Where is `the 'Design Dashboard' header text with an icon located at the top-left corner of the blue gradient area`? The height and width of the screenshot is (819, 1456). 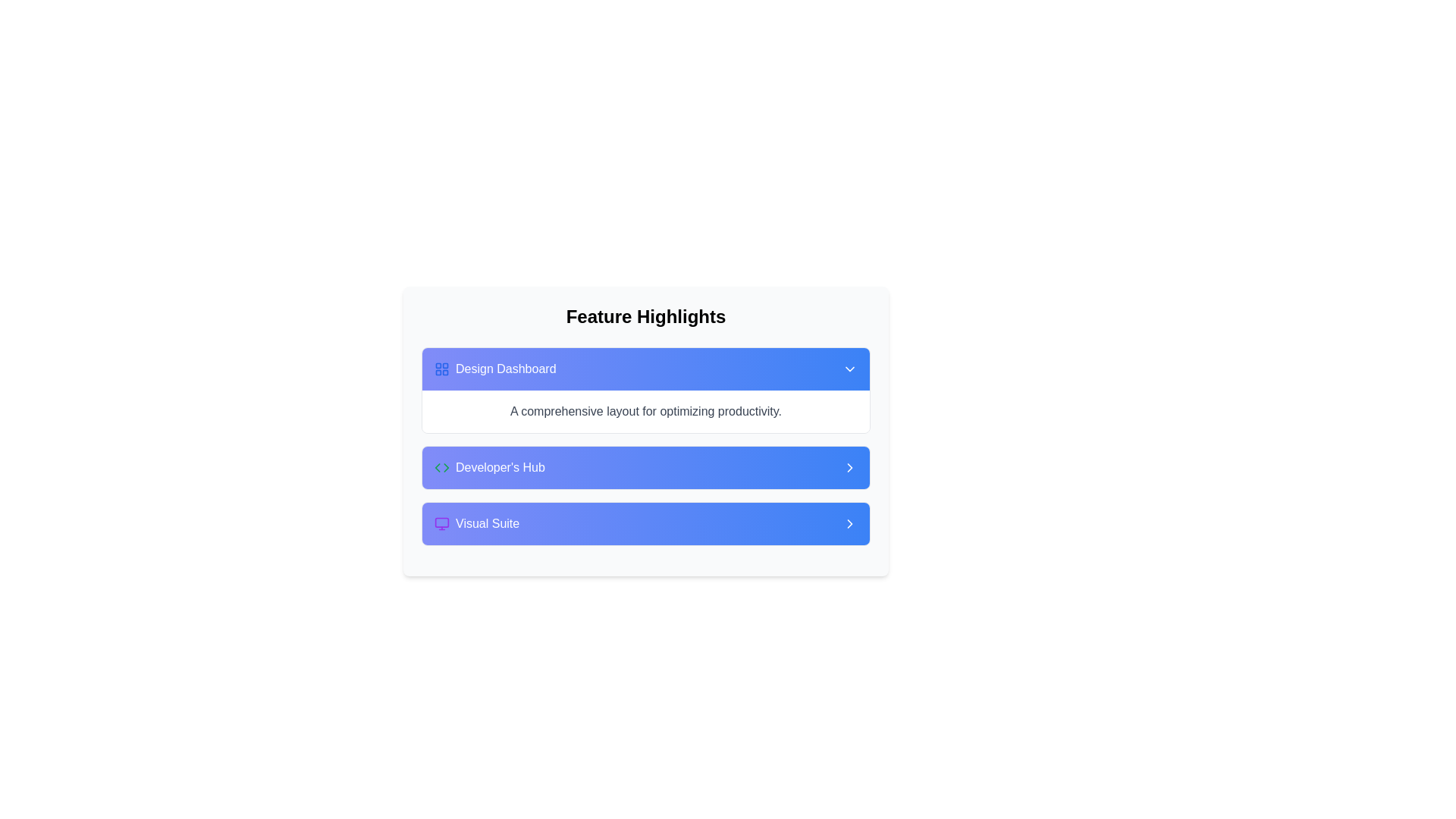
the 'Design Dashboard' header text with an icon located at the top-left corner of the blue gradient area is located at coordinates (495, 369).